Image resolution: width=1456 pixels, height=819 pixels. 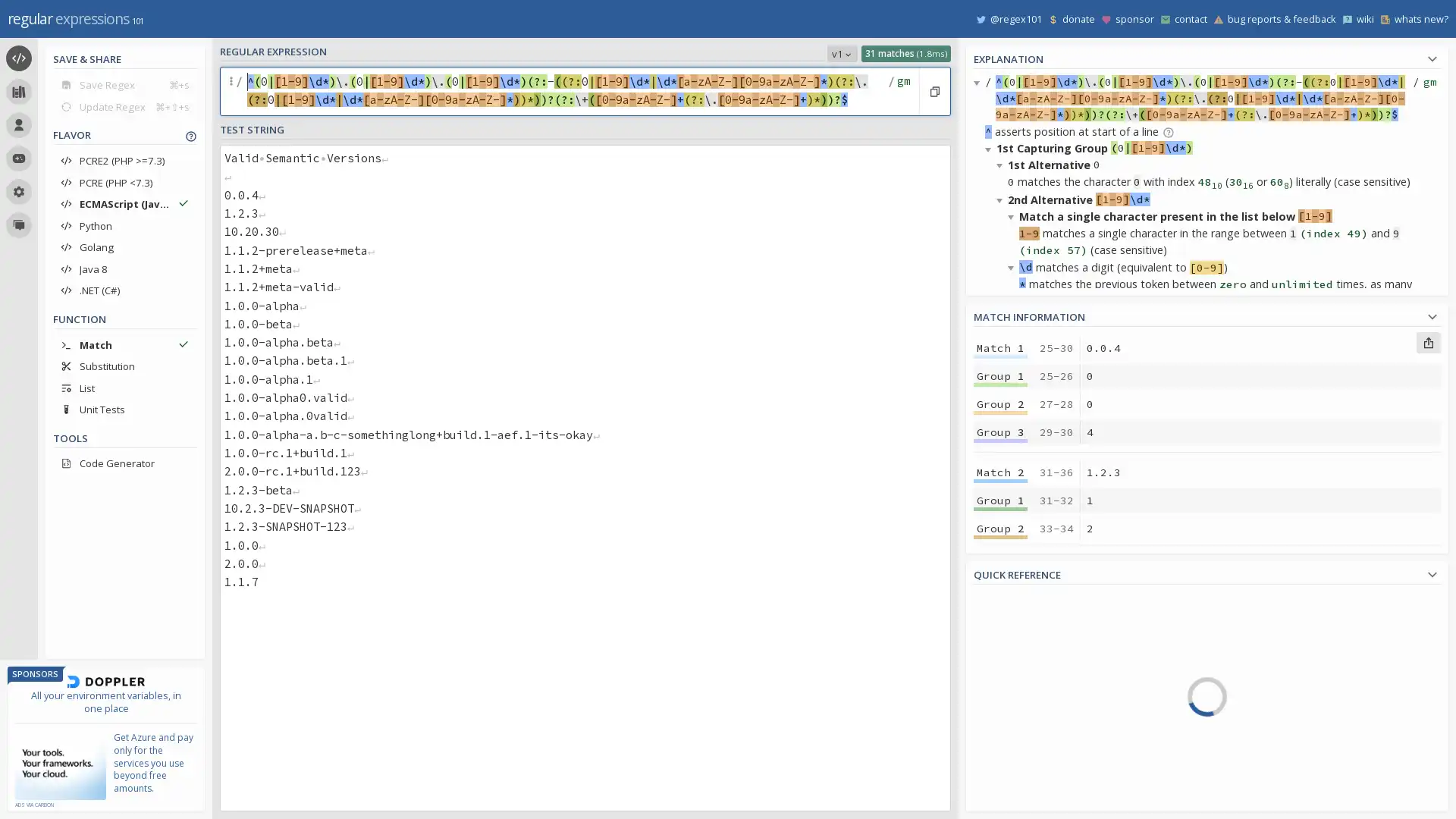 What do you see at coordinates (124, 225) in the screenshot?
I see `Python` at bounding box center [124, 225].